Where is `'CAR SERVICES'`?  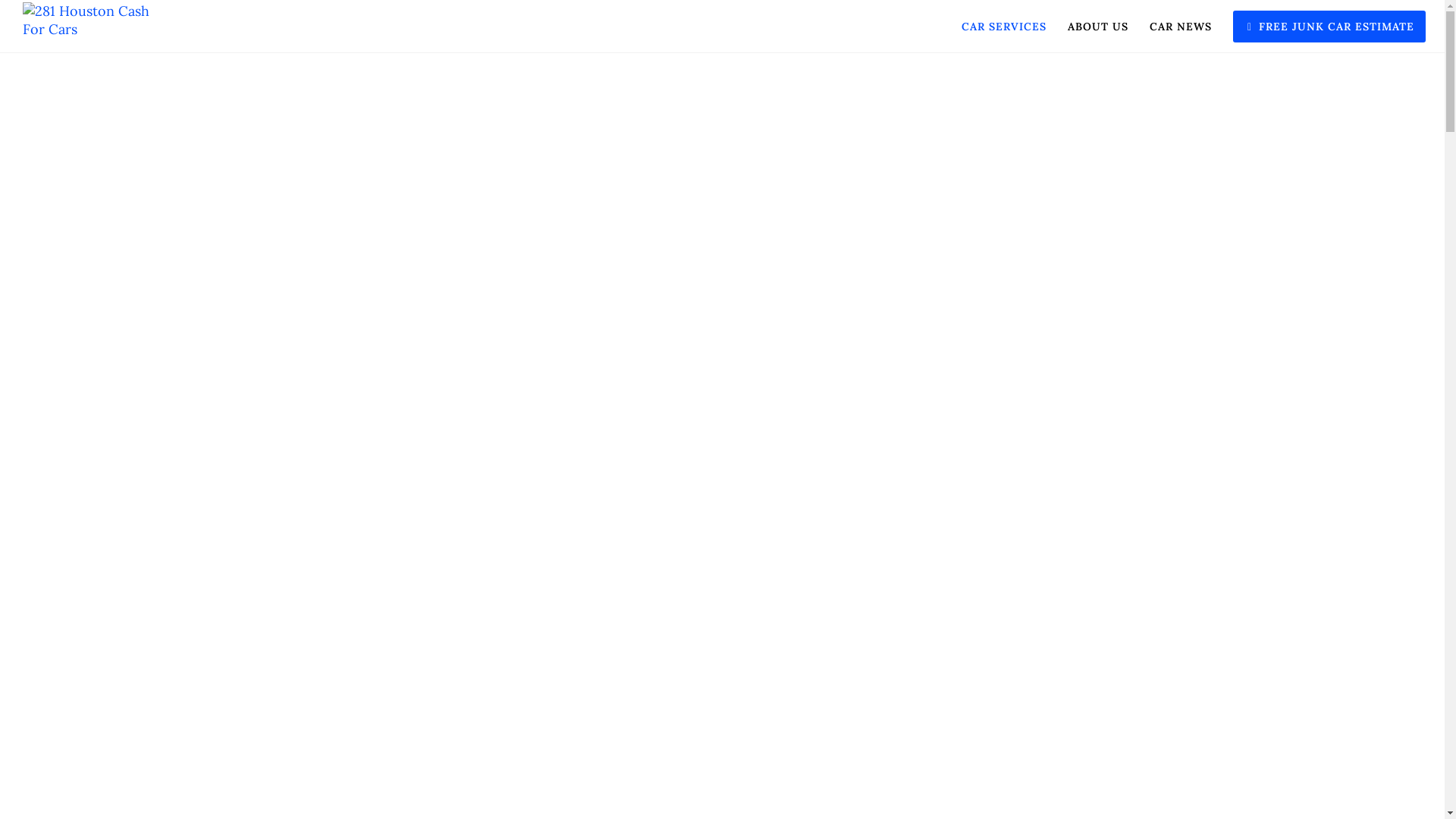 'CAR SERVICES' is located at coordinates (993, 26).